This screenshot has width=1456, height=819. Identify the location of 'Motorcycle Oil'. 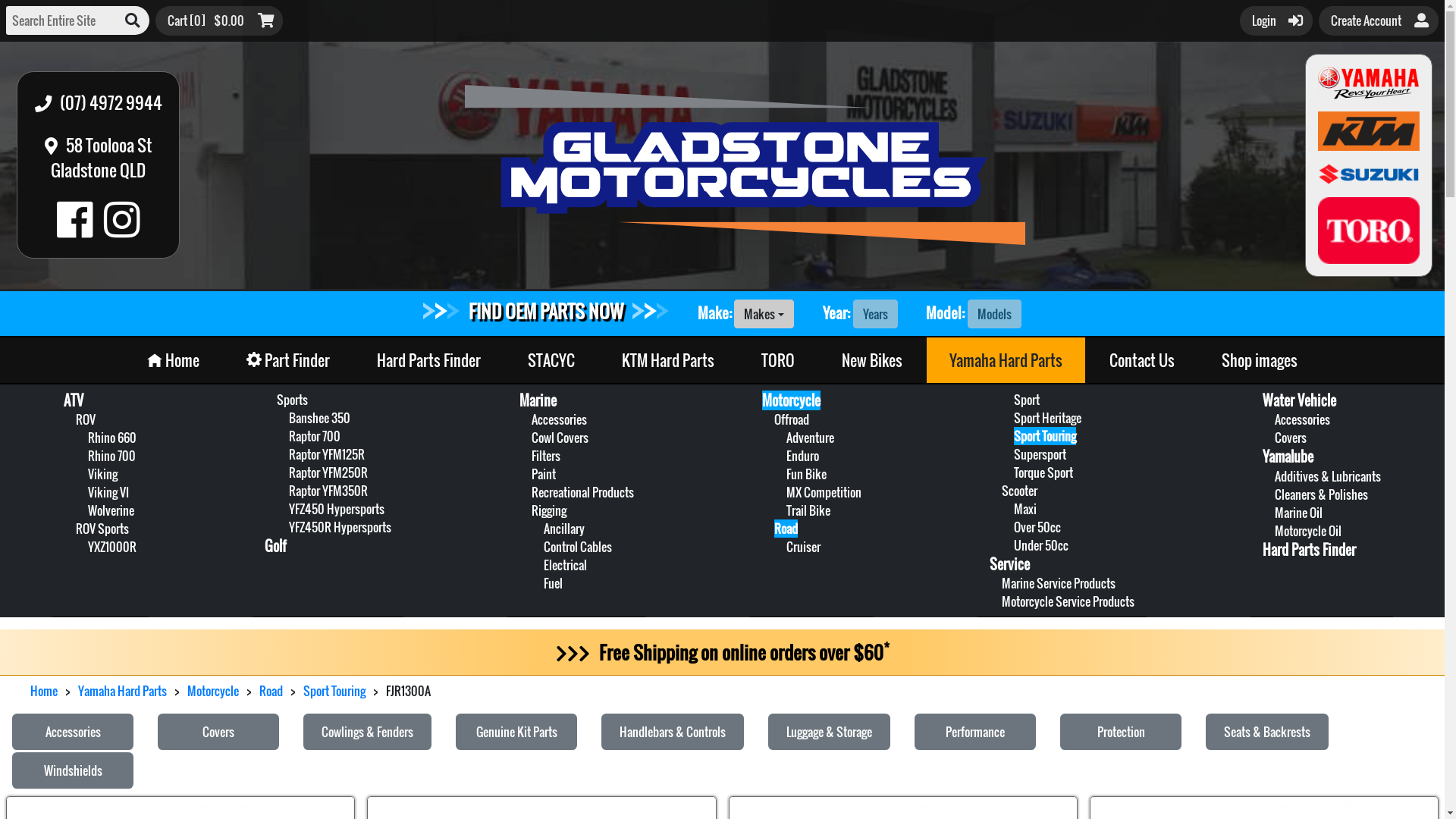
(1307, 529).